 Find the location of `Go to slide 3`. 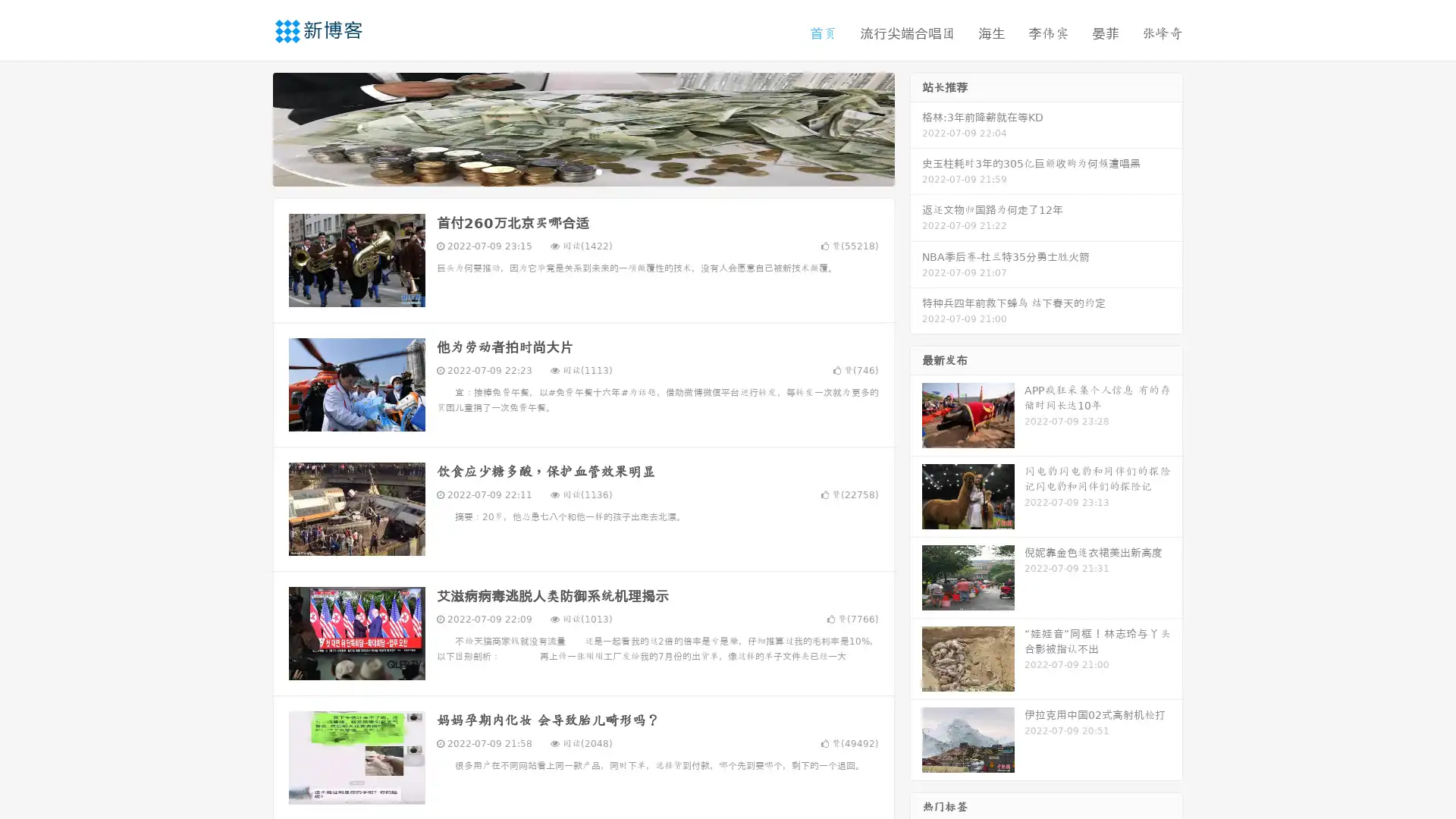

Go to slide 3 is located at coordinates (598, 171).